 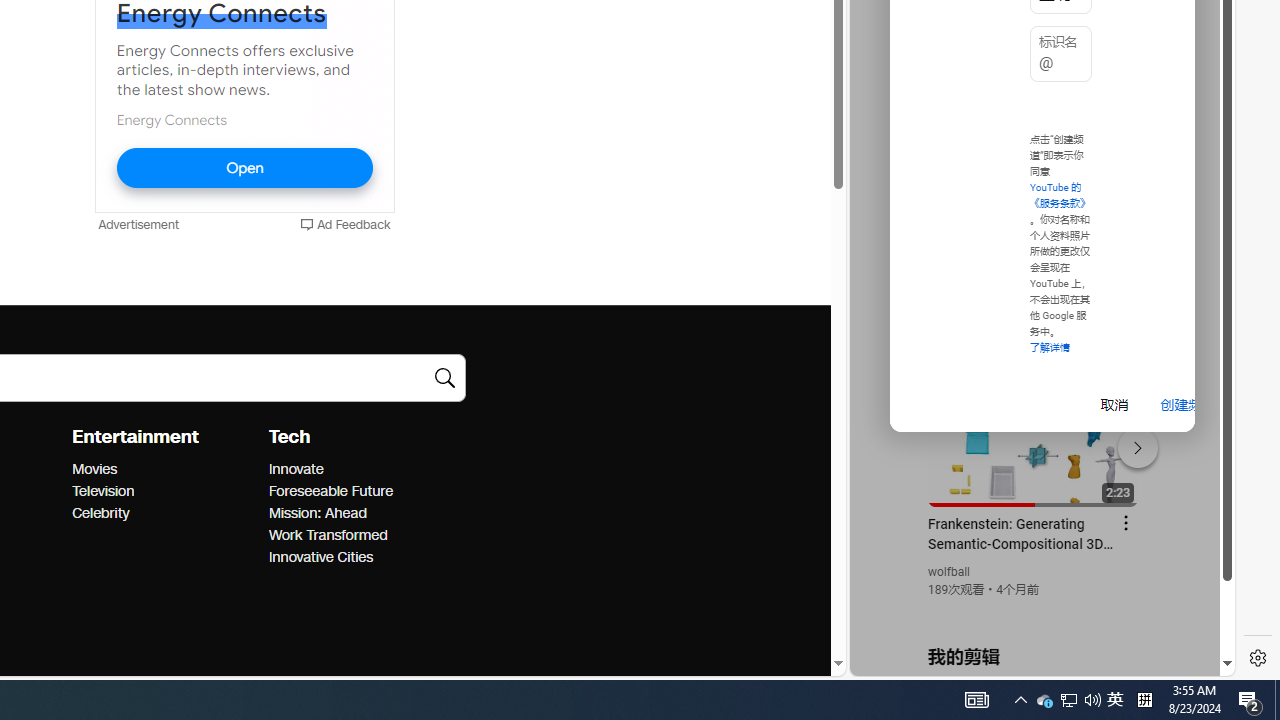 What do you see at coordinates (170, 474) in the screenshot?
I see `'EntertainmentMoviesTelevisionCelebrity'` at bounding box center [170, 474].